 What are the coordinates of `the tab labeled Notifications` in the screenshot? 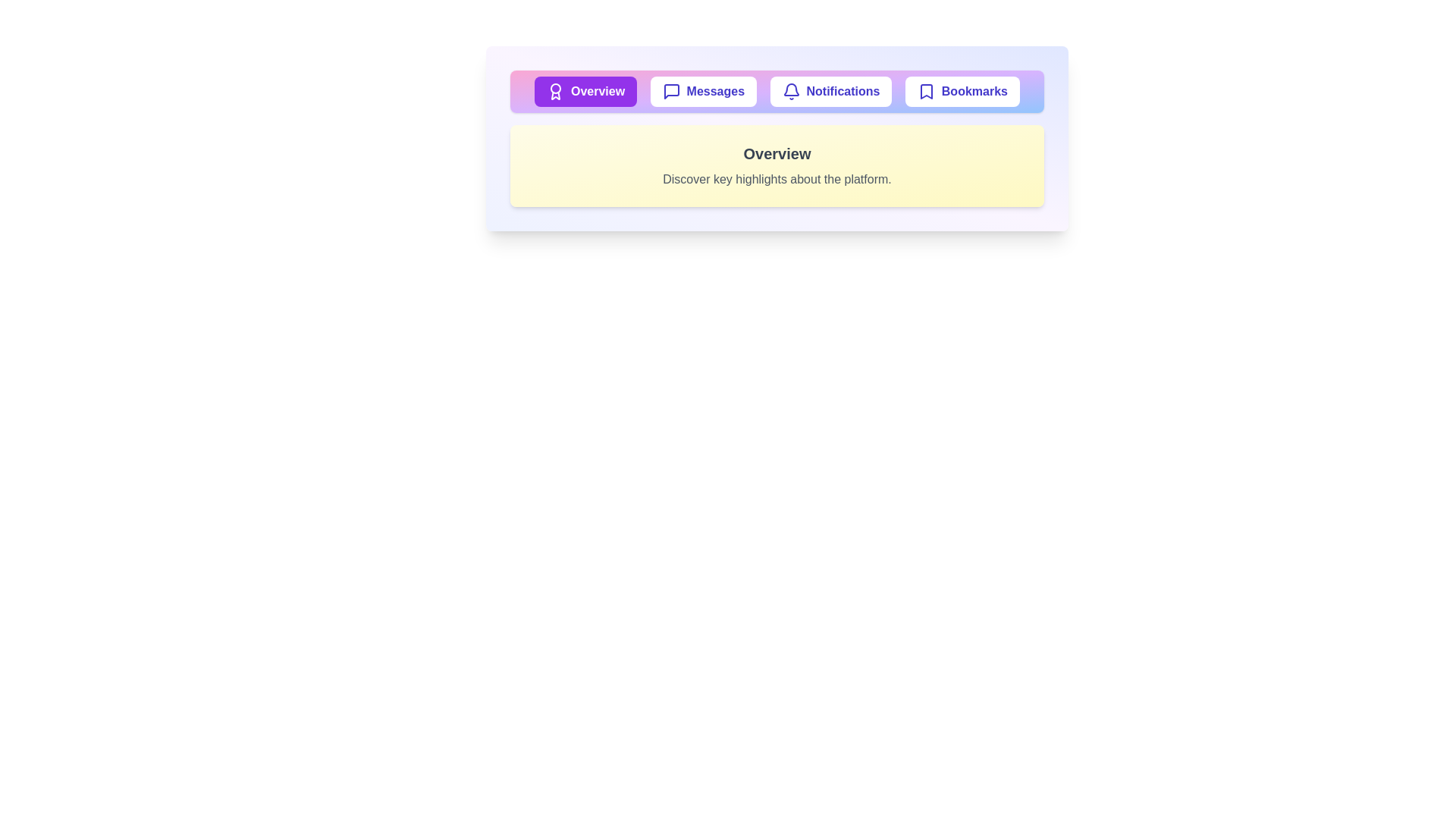 It's located at (830, 91).